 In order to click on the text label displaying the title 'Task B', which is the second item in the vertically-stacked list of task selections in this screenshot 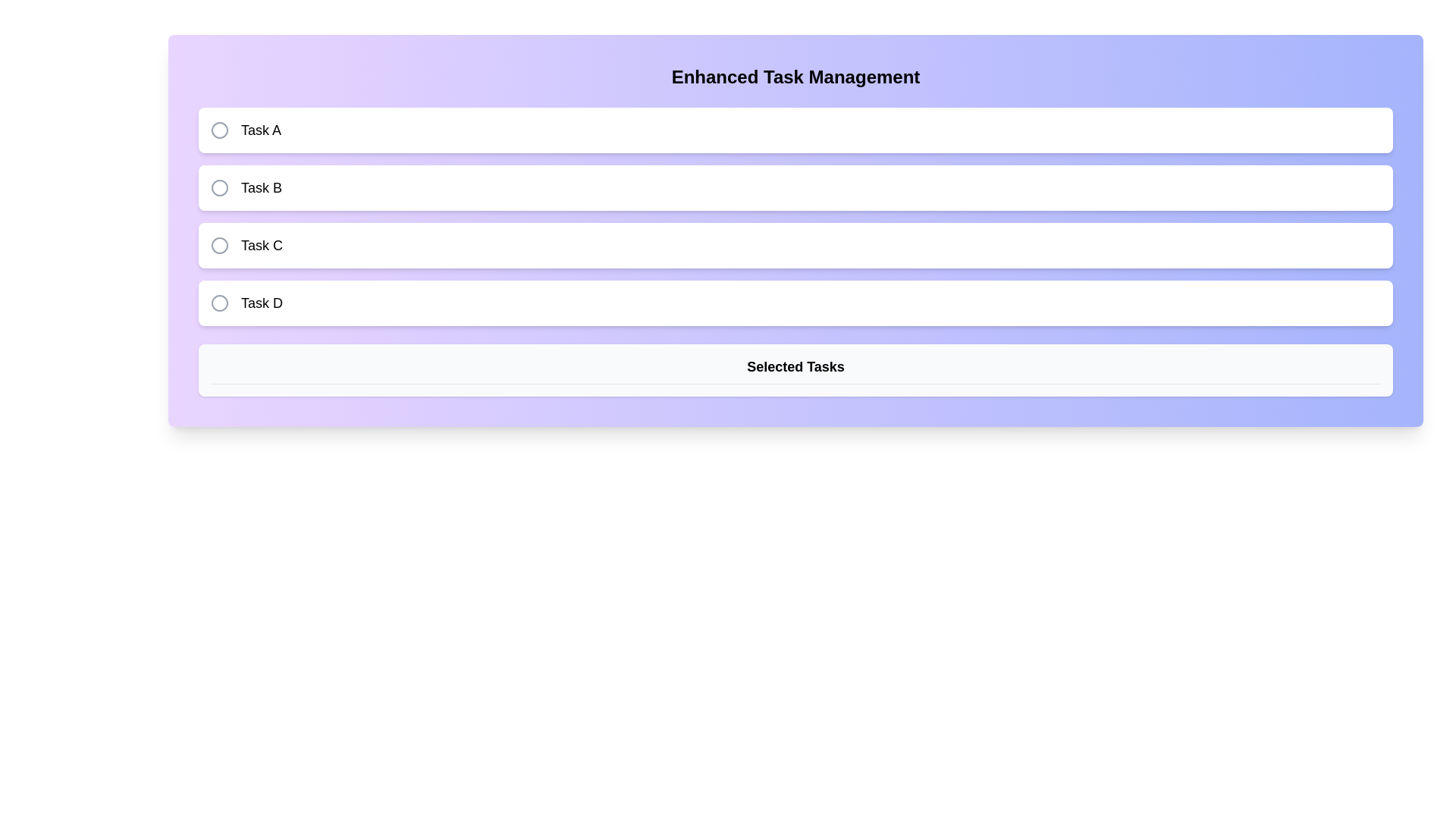, I will do `click(262, 187)`.